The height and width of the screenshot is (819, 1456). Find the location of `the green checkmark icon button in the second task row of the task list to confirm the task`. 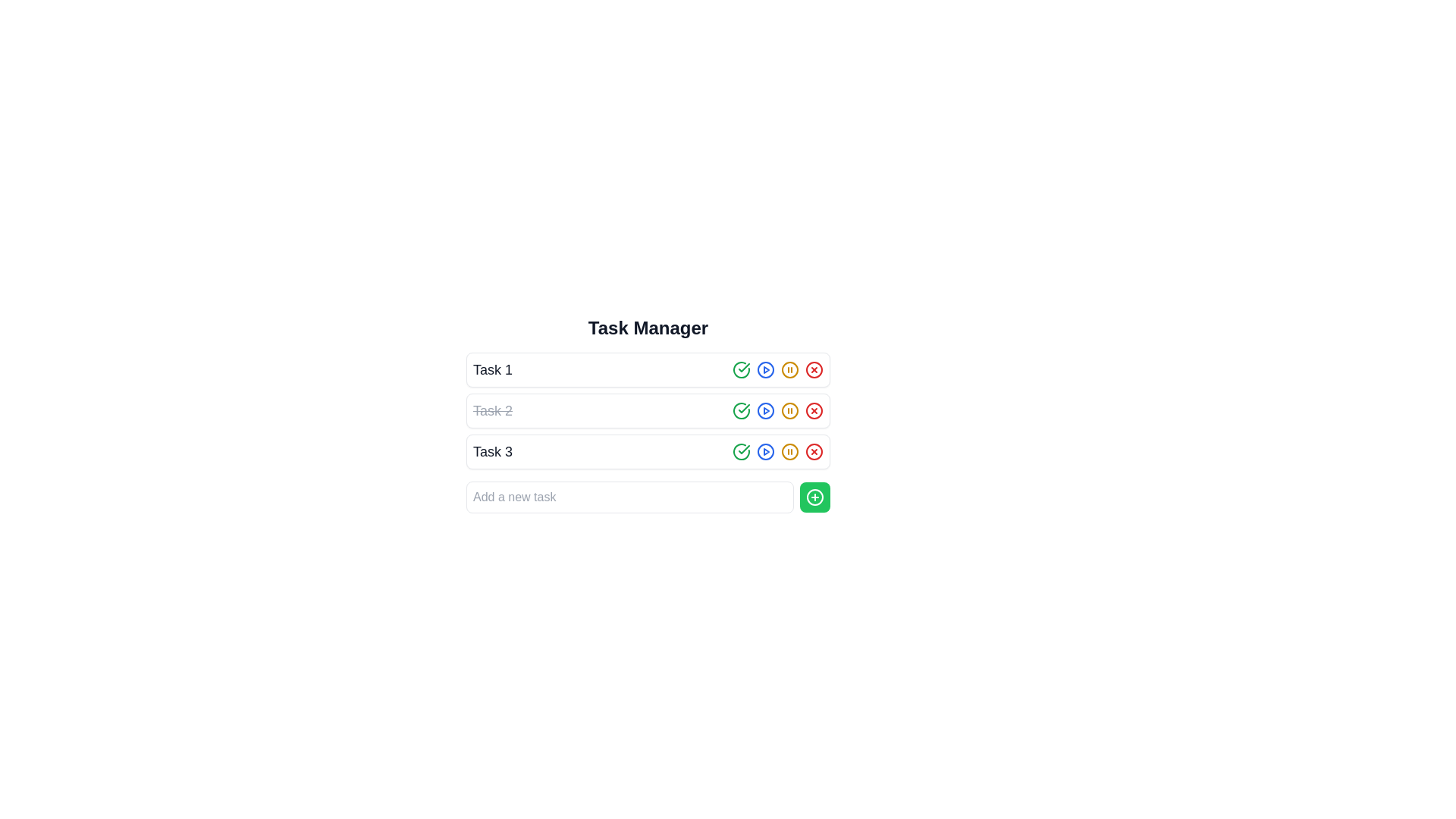

the green checkmark icon button in the second task row of the task list to confirm the task is located at coordinates (744, 368).